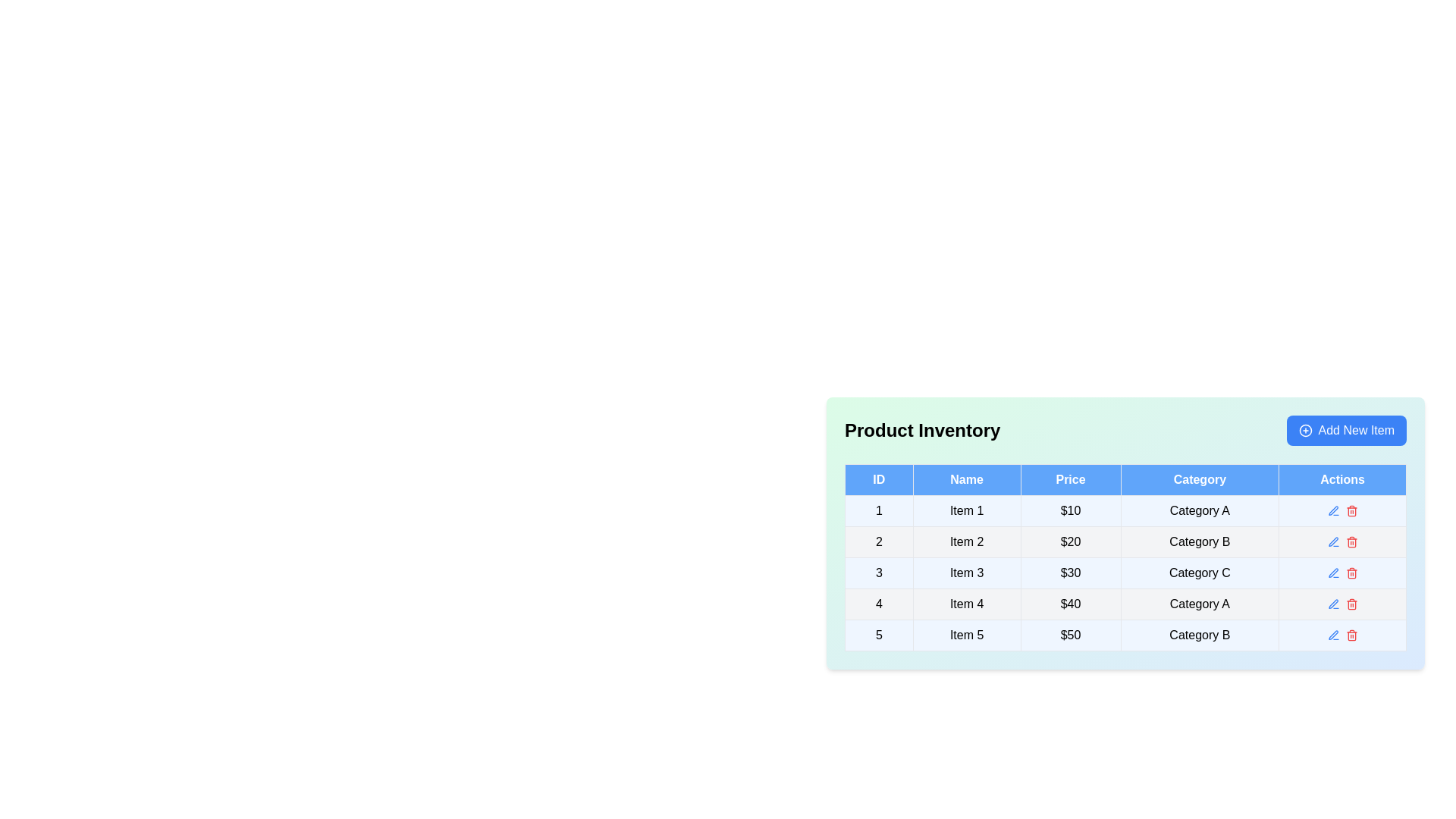 This screenshot has height=819, width=1456. I want to click on text displayed in the Text cell showing the number '4' located in the first column of the fourth row of the 'Product Inventory' table, so click(879, 604).